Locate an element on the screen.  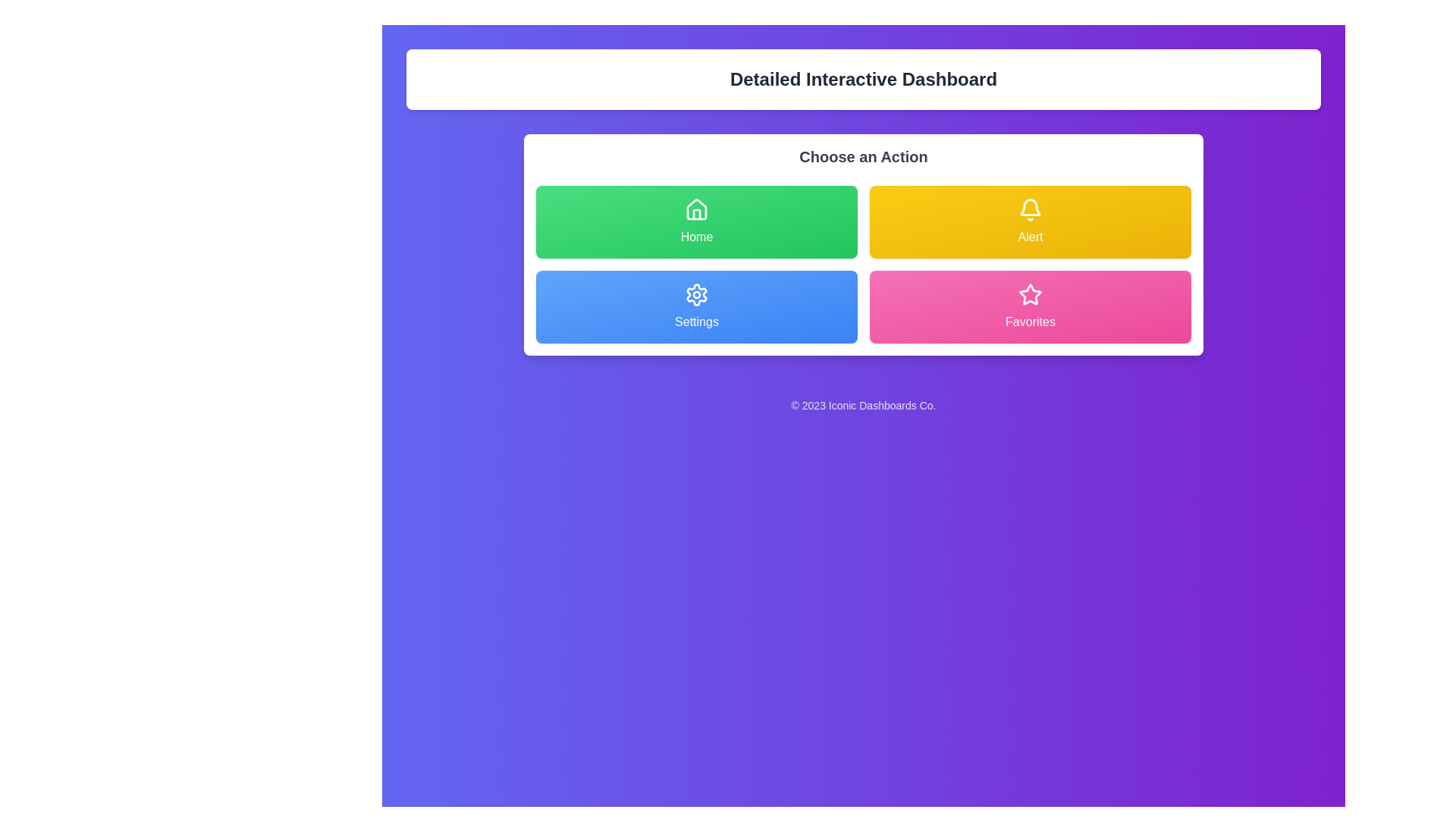
the alert button located in the second column of the action grid under 'Choose an Action' is located at coordinates (1030, 222).